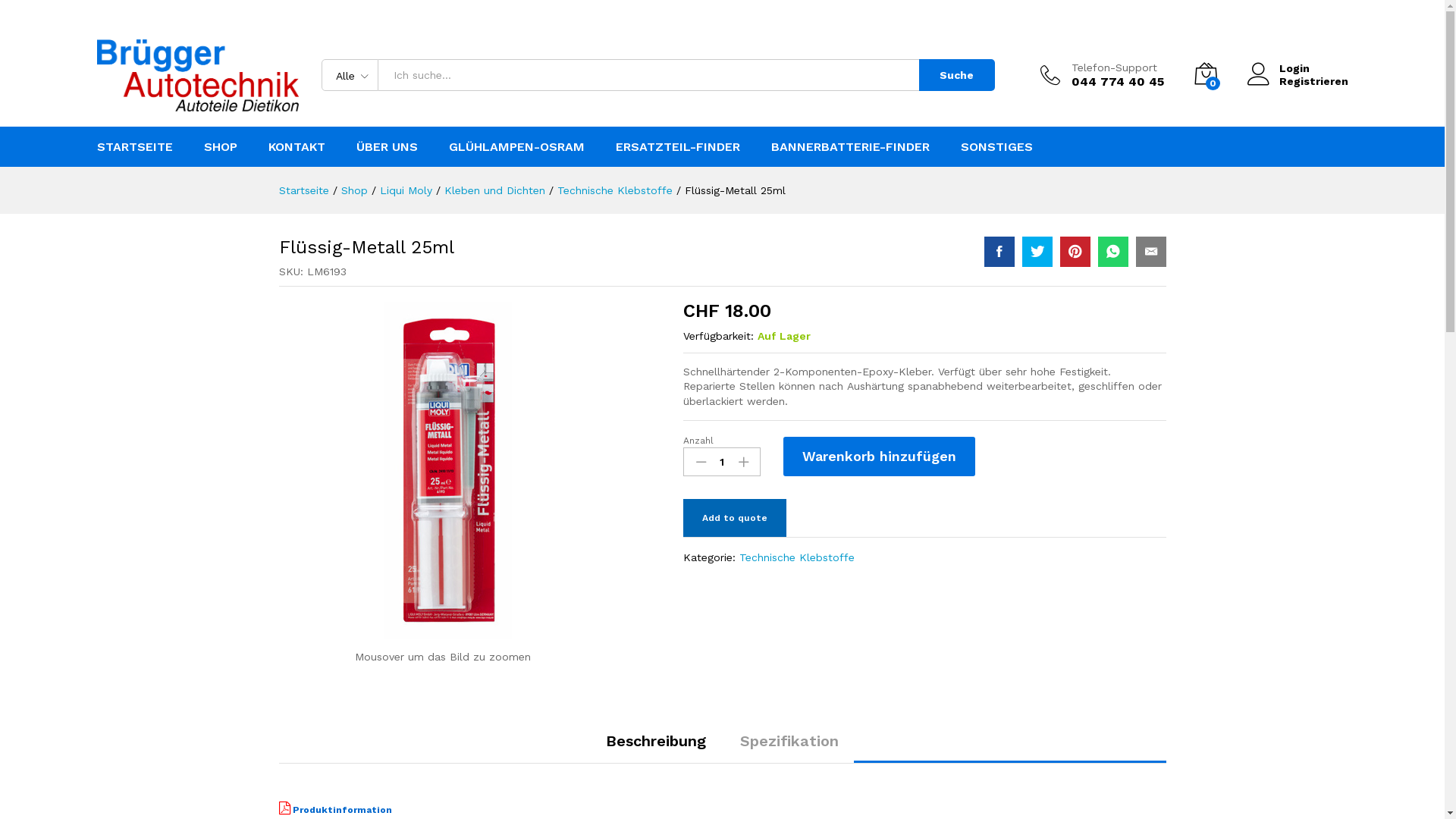 The width and height of the screenshot is (1456, 819). I want to click on 'ERSATZTEIL-FINDER', so click(676, 146).